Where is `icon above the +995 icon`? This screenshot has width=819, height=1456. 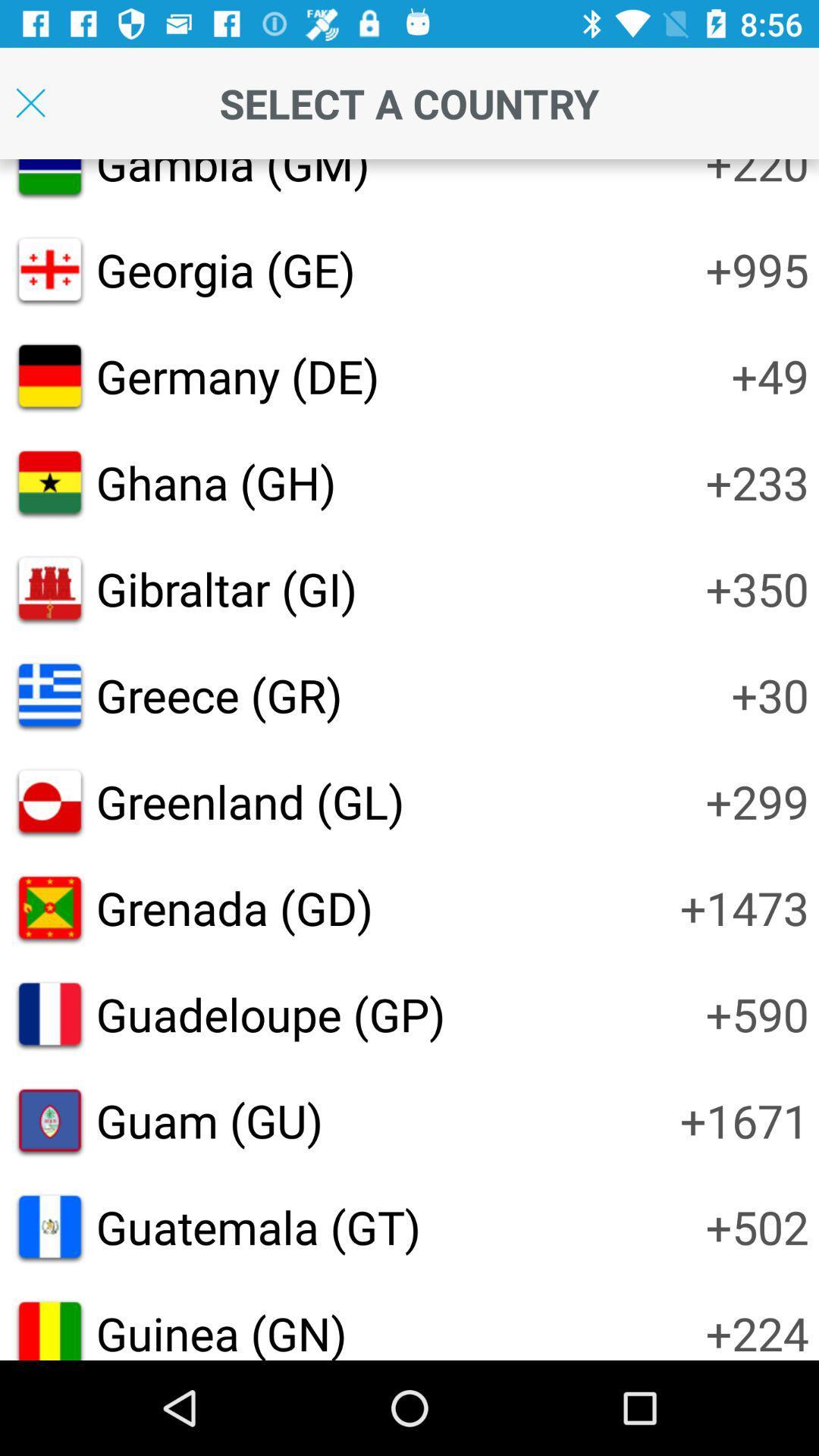 icon above the +995 icon is located at coordinates (757, 176).